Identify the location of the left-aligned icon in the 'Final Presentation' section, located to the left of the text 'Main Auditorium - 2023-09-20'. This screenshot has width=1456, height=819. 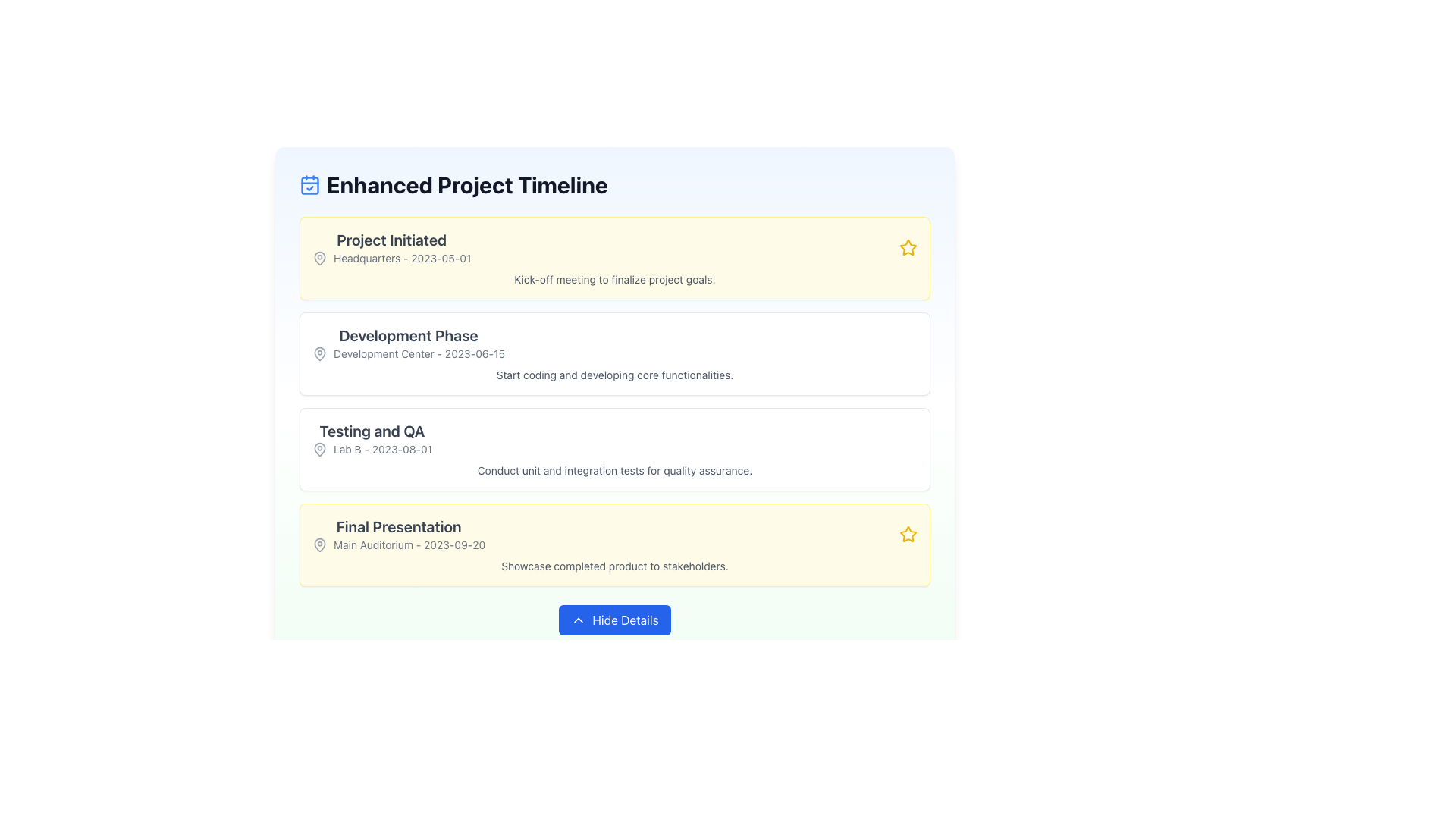
(319, 544).